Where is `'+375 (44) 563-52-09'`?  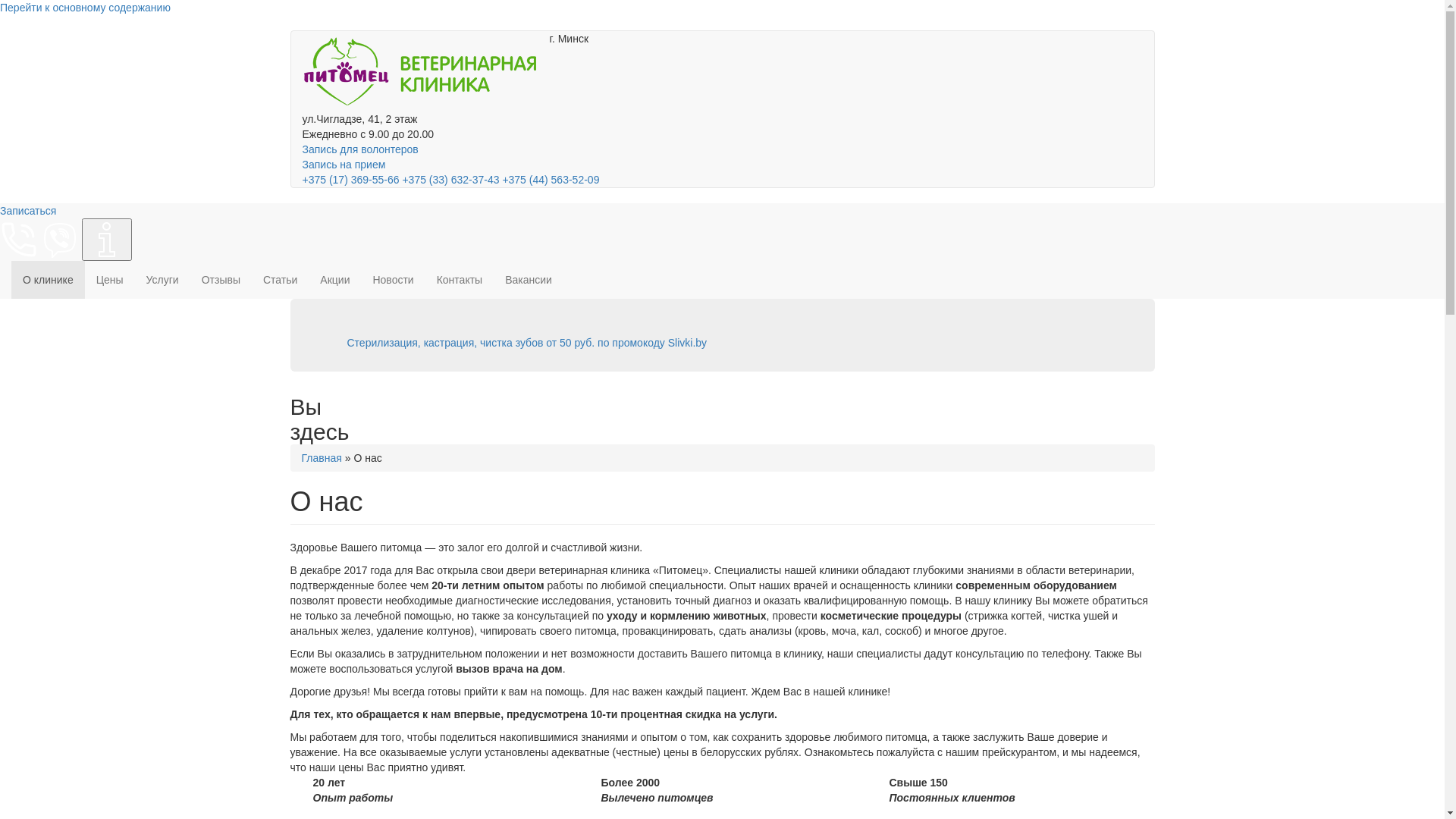
'+375 (44) 563-52-09' is located at coordinates (549, 178).